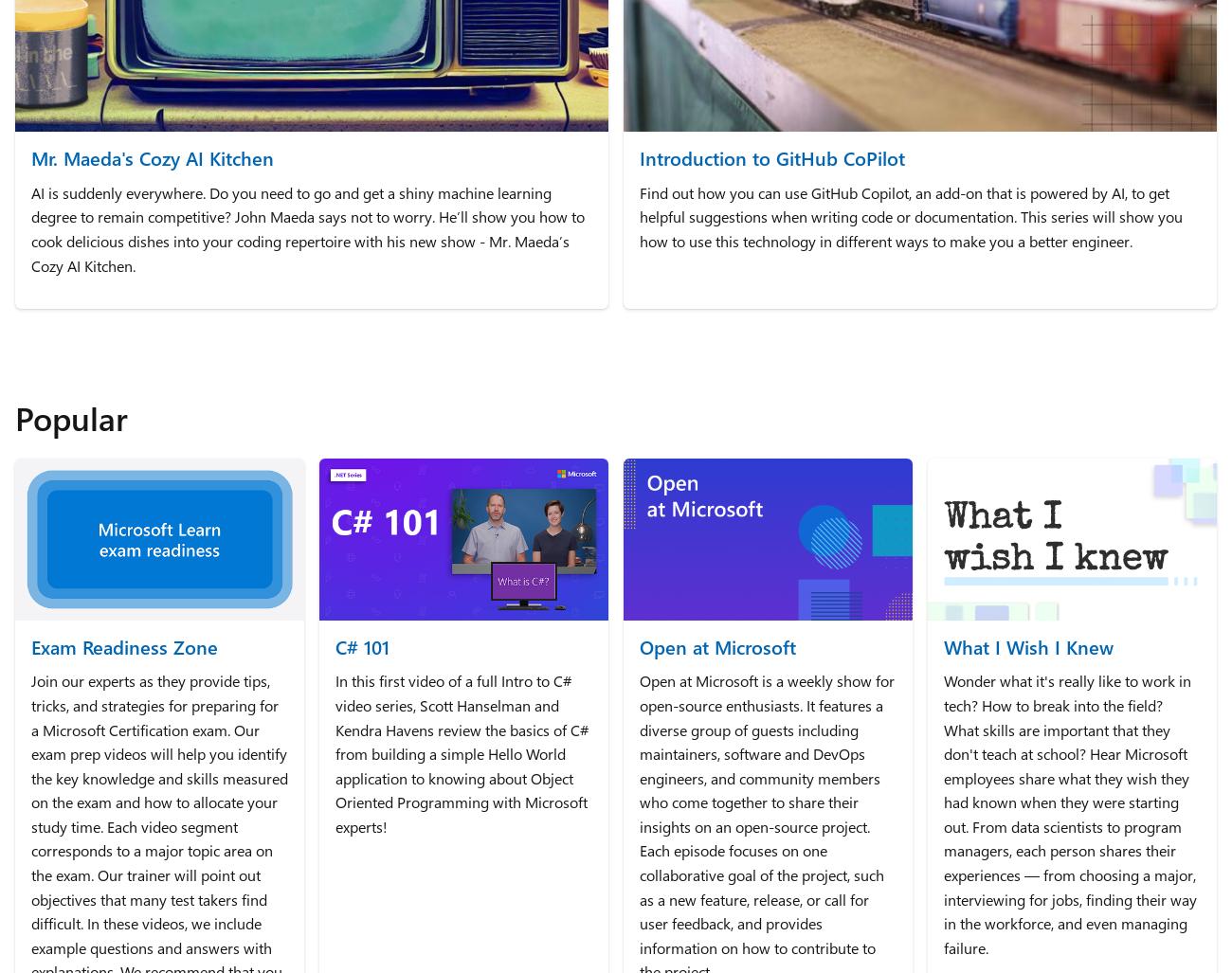 This screenshot has width=1232, height=973. I want to click on 'AI is suddenly everywhere. Do you need to go and get a shiny machine learning degree to remain competitive? John Maeda says not to worry. He’ll show you how to cook delicious dishes into your coding repertoire with his new show - Mr. Maeda’s Cozy AI Kitchen.', so click(308, 228).